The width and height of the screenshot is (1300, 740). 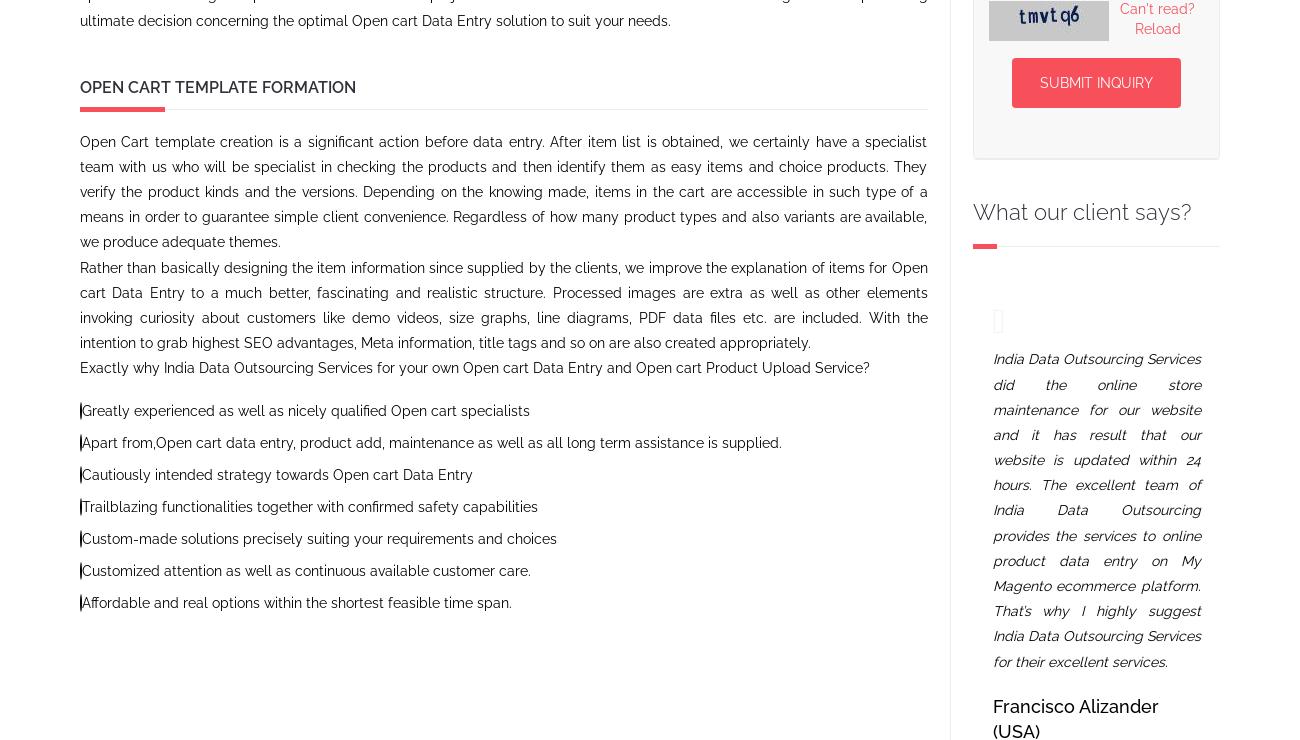 I want to click on 'Open Cart template creation is a significant action before data entry. After item list is obtained, we certainly have a specialist team with us who will be specialist in checking the products and then identify them as easy items and choice products. They verify the product kinds and the versions. Depending on the knowing made, items in the cart are accessible in such type of a means in order to guarantee simple client convenience. Regardless of how many product types and also variants are available, we produce adequate themes.', so click(x=503, y=190).